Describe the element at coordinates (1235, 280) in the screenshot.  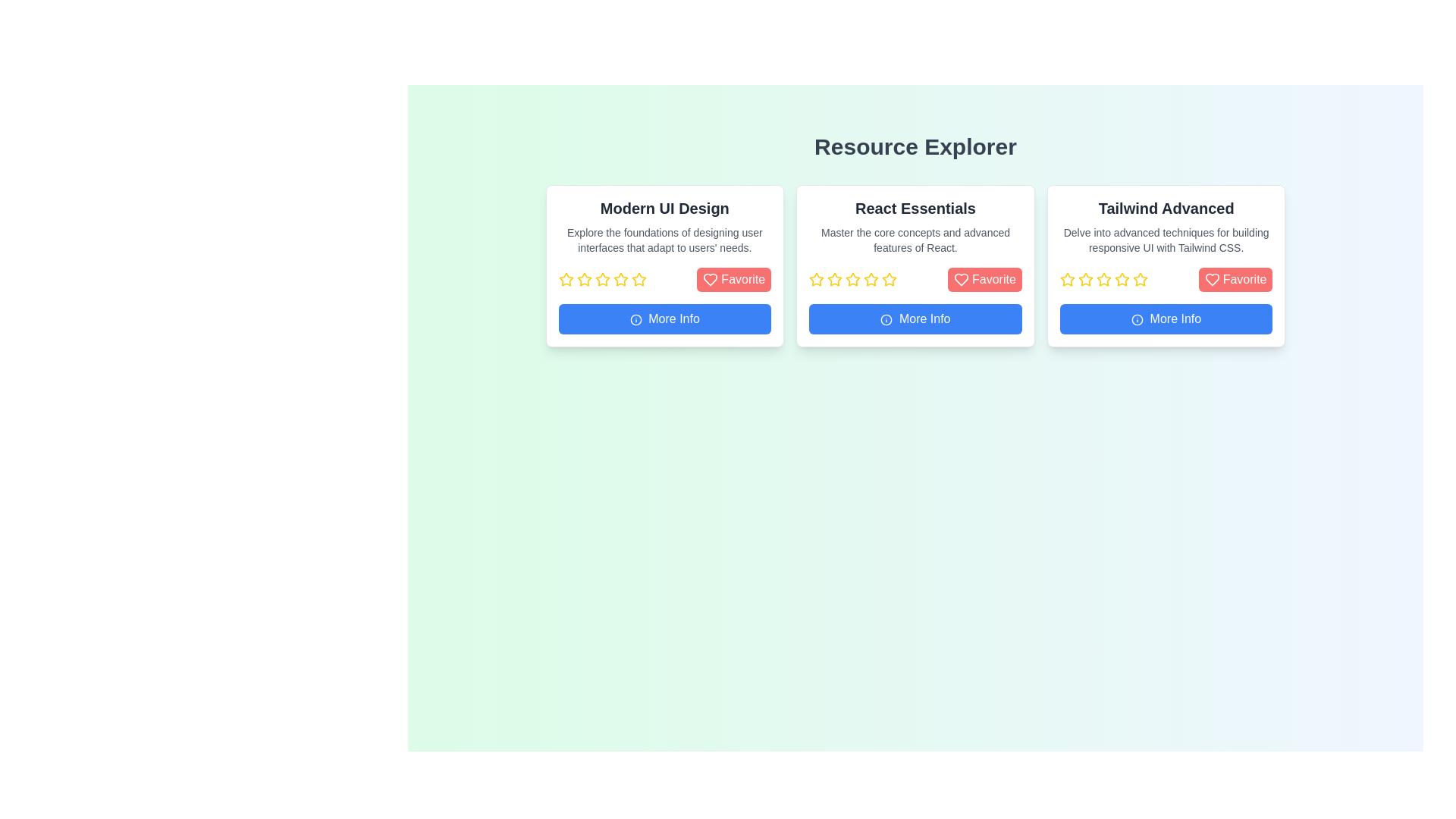
I see `the 'Tailwind Advanced' favorite button located at the top-right of the 'Tailwind Advanced' card to trigger the hover effect` at that location.